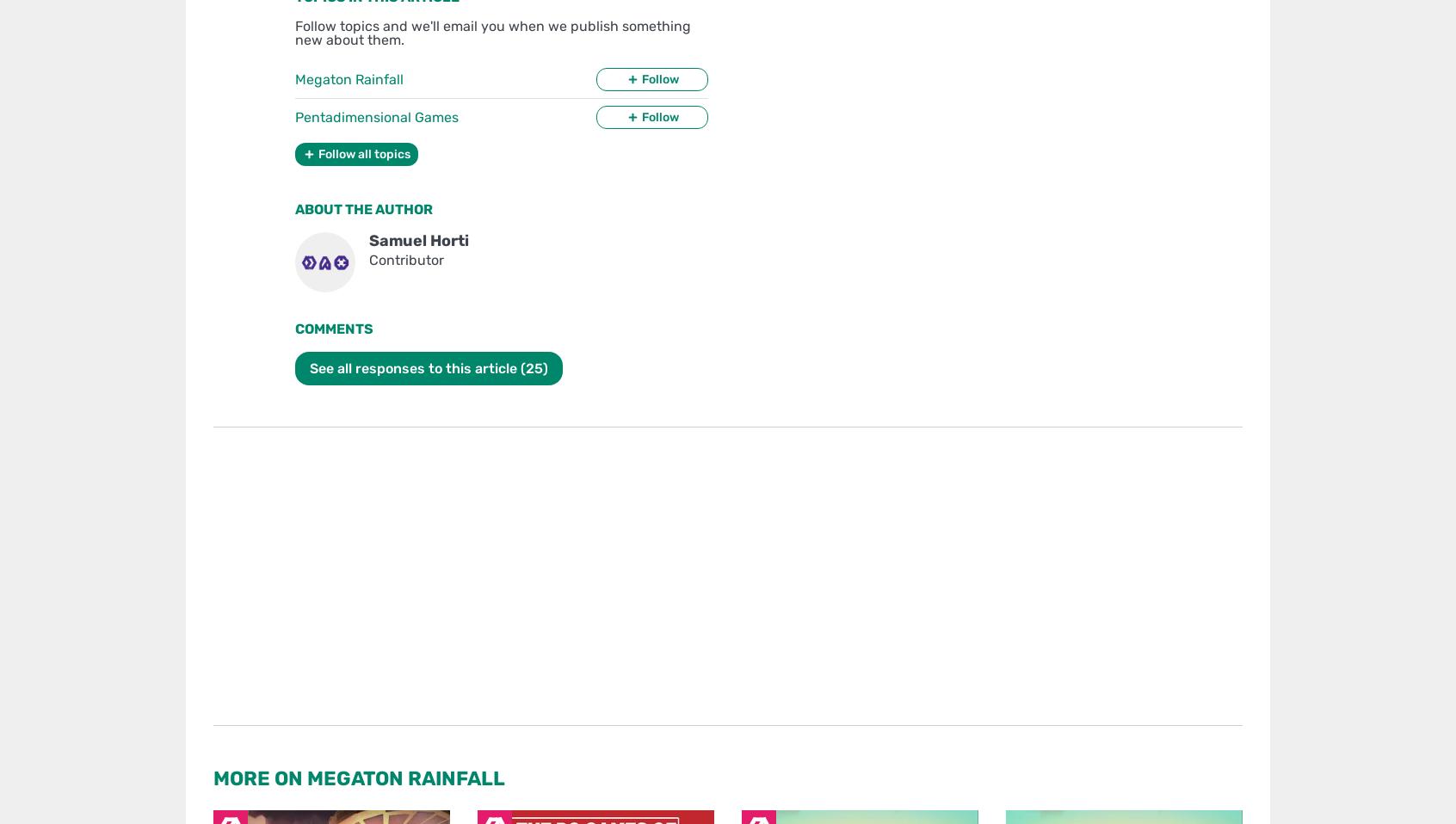 Image resolution: width=1456 pixels, height=824 pixels. What do you see at coordinates (349, 78) in the screenshot?
I see `'Megaton Rainfall'` at bounding box center [349, 78].